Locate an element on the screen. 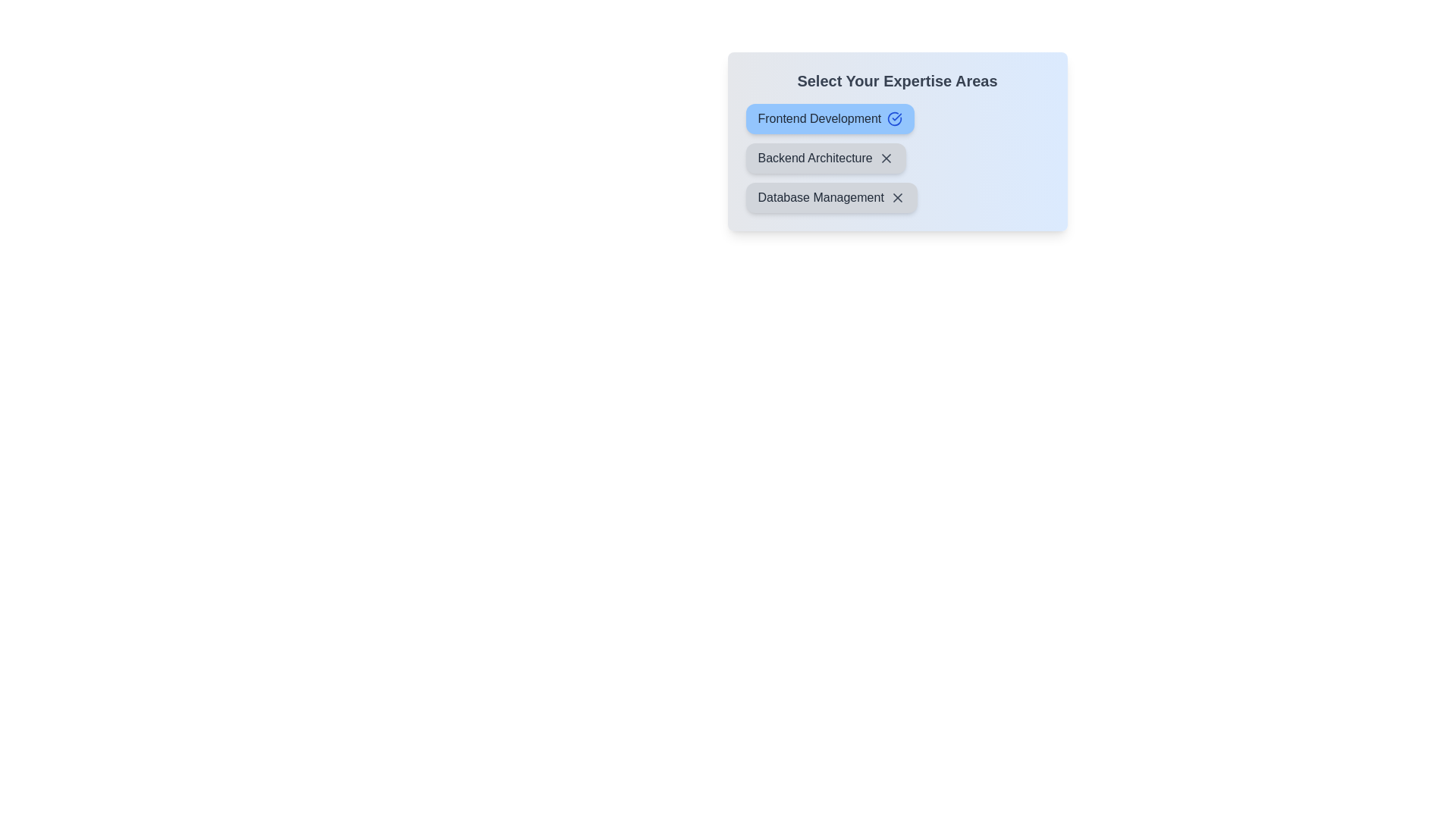  the icon of the tag labeled Frontend Development to toggle its state is located at coordinates (895, 118).